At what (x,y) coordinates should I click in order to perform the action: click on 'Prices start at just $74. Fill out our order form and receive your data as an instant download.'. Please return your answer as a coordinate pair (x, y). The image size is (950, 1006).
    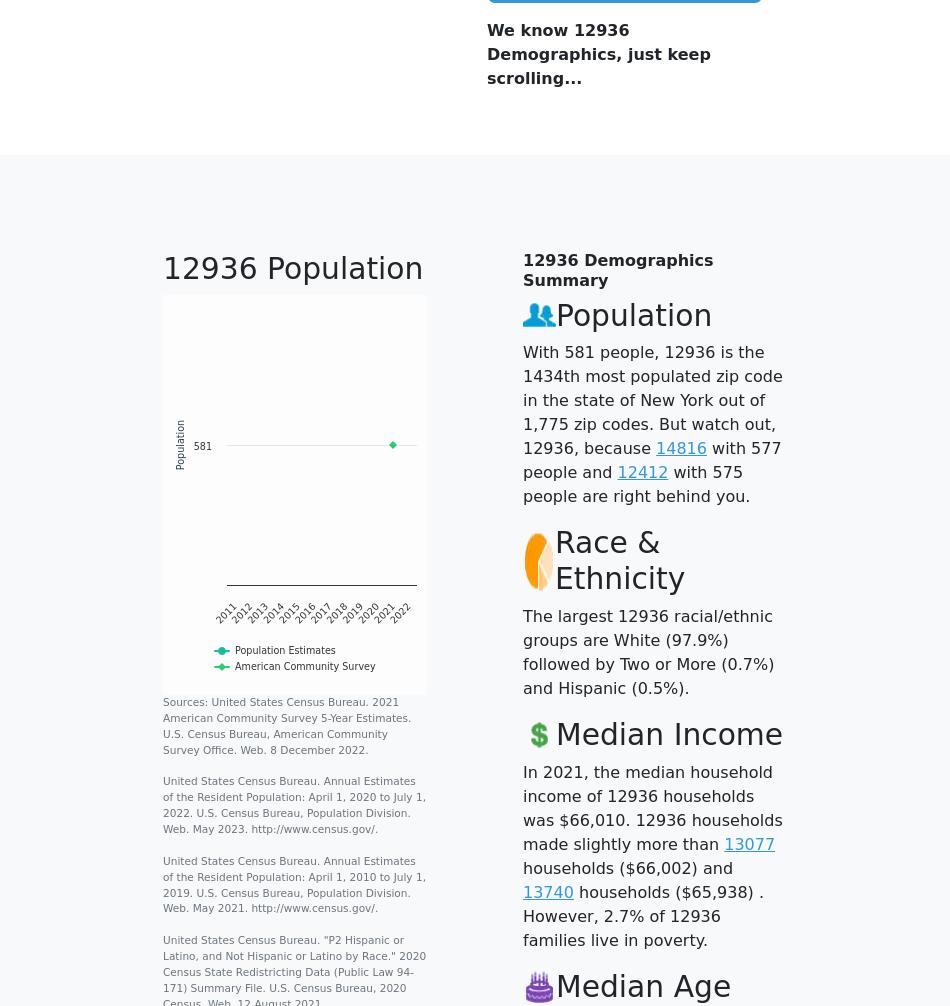
    Looking at the image, I should click on (650, 436).